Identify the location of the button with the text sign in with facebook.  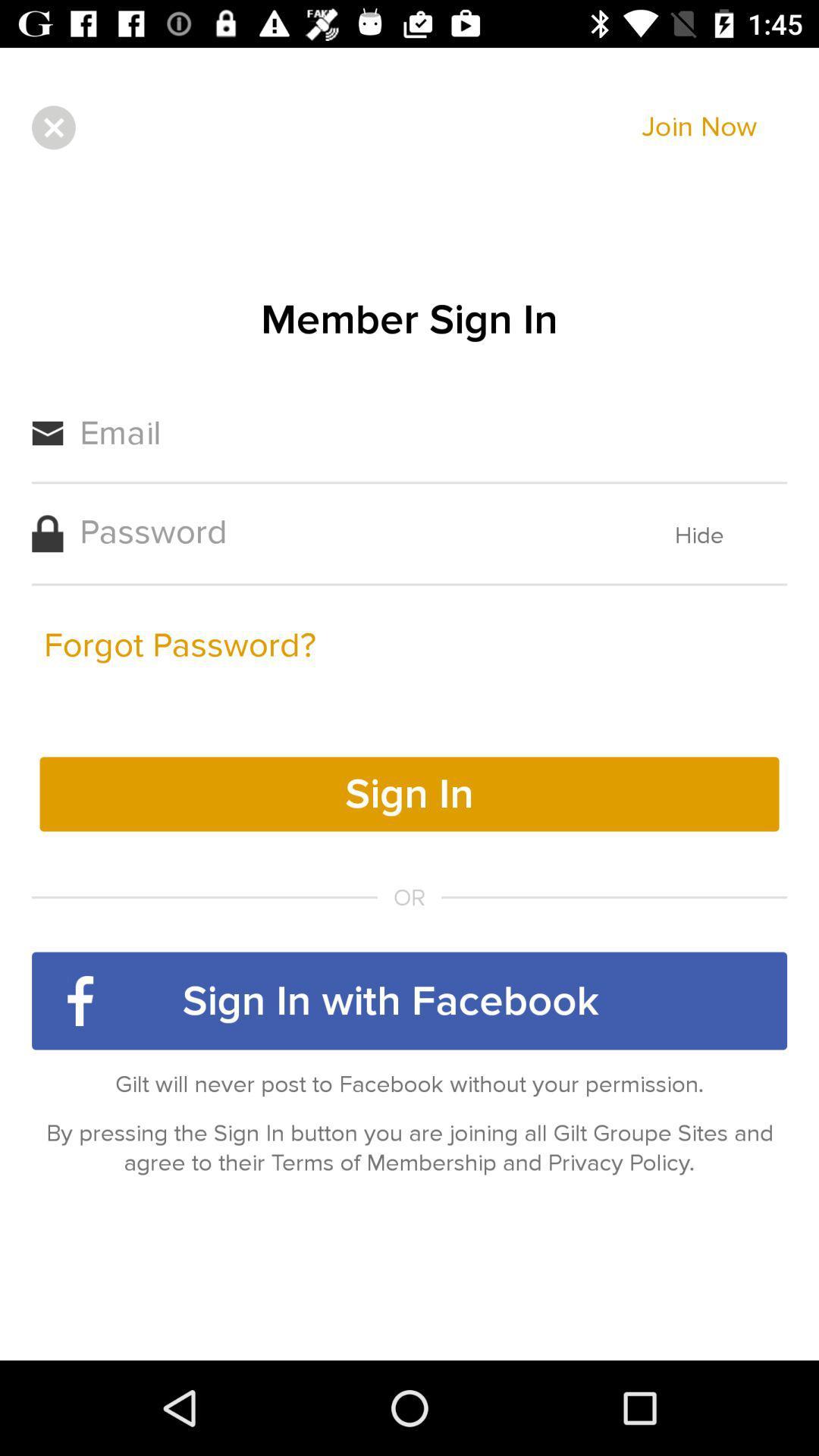
(409, 1001).